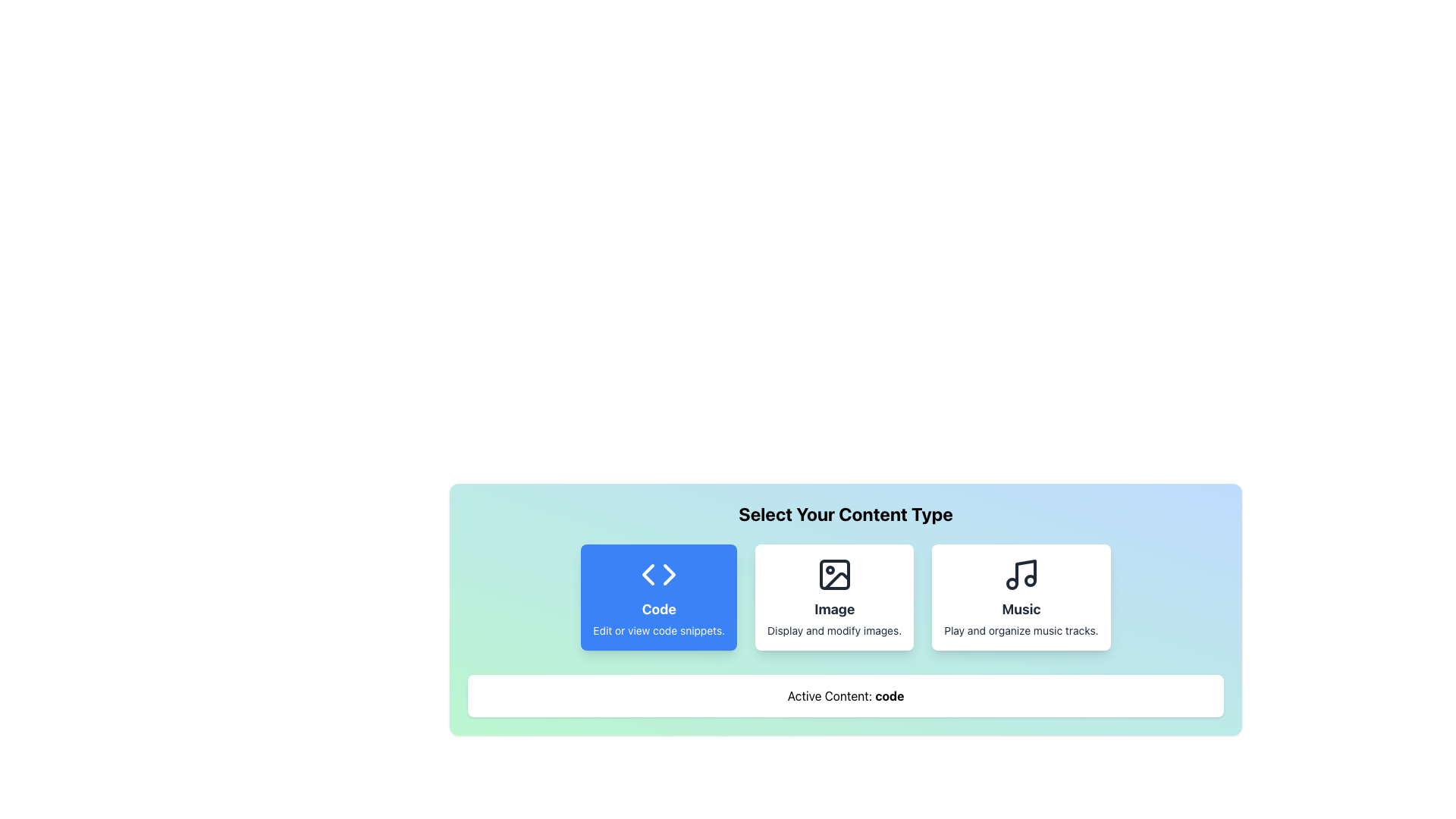  Describe the element at coordinates (833, 575) in the screenshot. I see `the image icon located centrally within the middle card that represents images, which has a mountain and sun metaphor and is labeled 'Image' with the description 'Display and modify images.'` at that location.